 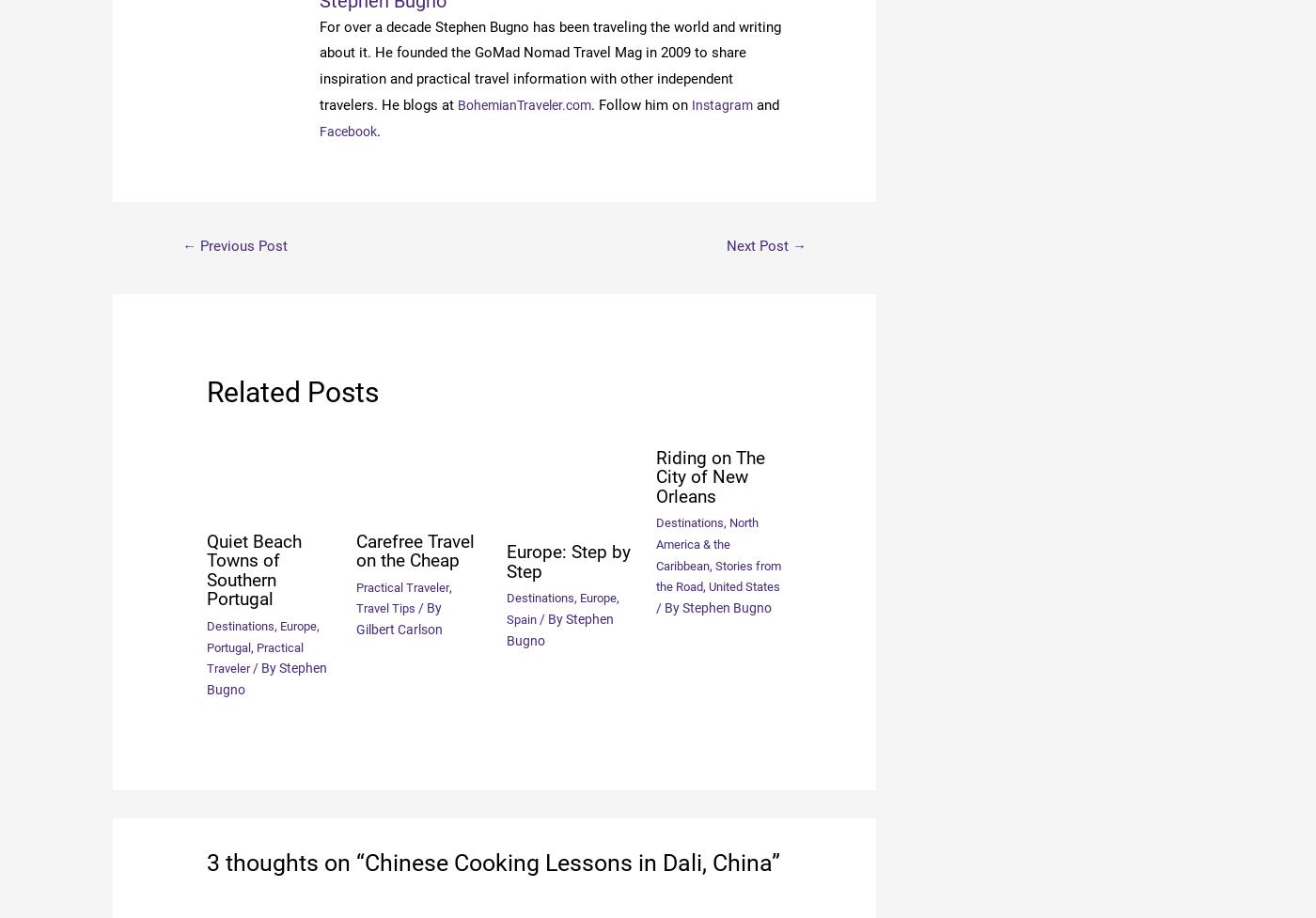 I want to click on 'BohemianTraveler.com', so click(x=529, y=104).